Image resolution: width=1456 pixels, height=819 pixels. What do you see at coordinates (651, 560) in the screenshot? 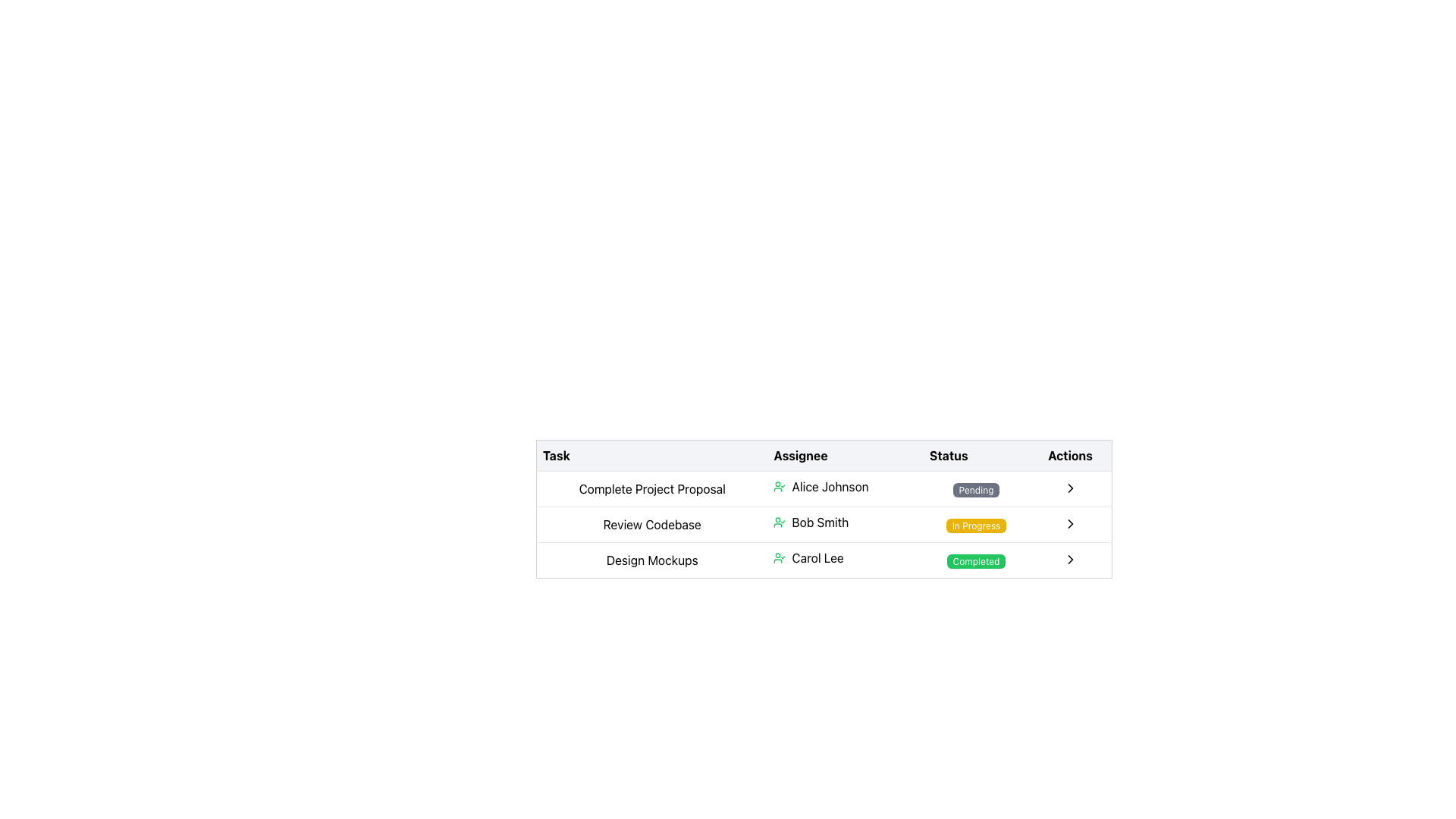
I see `the text label 'Design Mockups' located in the first column of the third row of the table, which is bordered by faint gray lines and has a white background, if it is interactive` at bounding box center [651, 560].